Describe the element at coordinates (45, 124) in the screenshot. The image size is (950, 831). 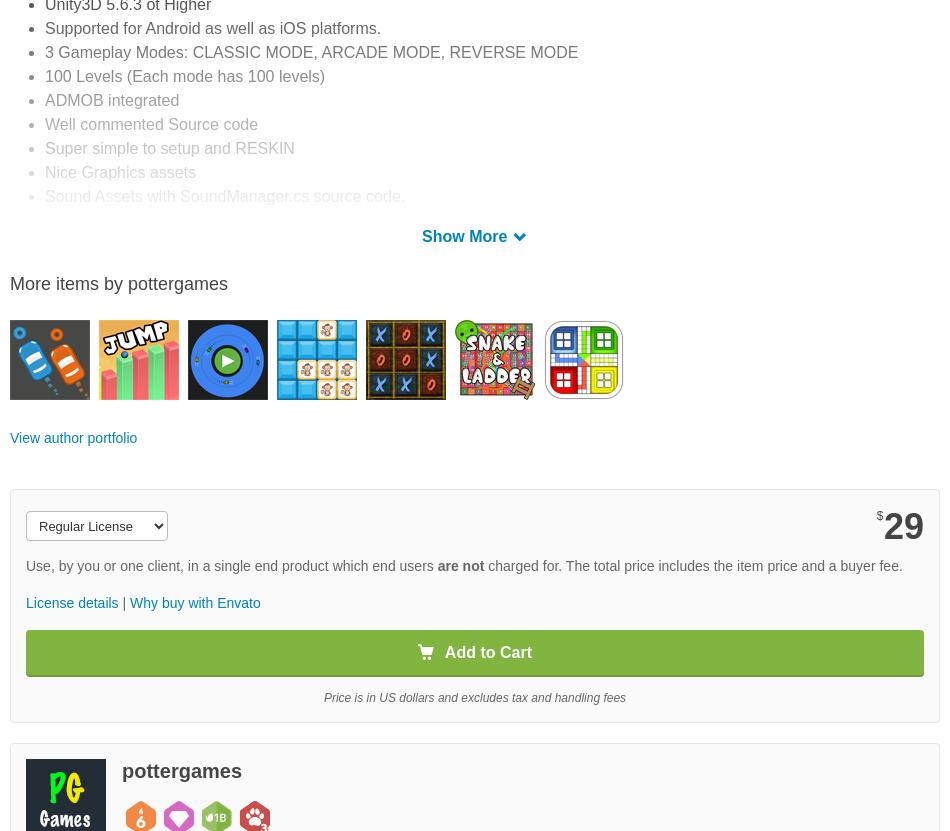
I see `'Well commented Source code'` at that location.